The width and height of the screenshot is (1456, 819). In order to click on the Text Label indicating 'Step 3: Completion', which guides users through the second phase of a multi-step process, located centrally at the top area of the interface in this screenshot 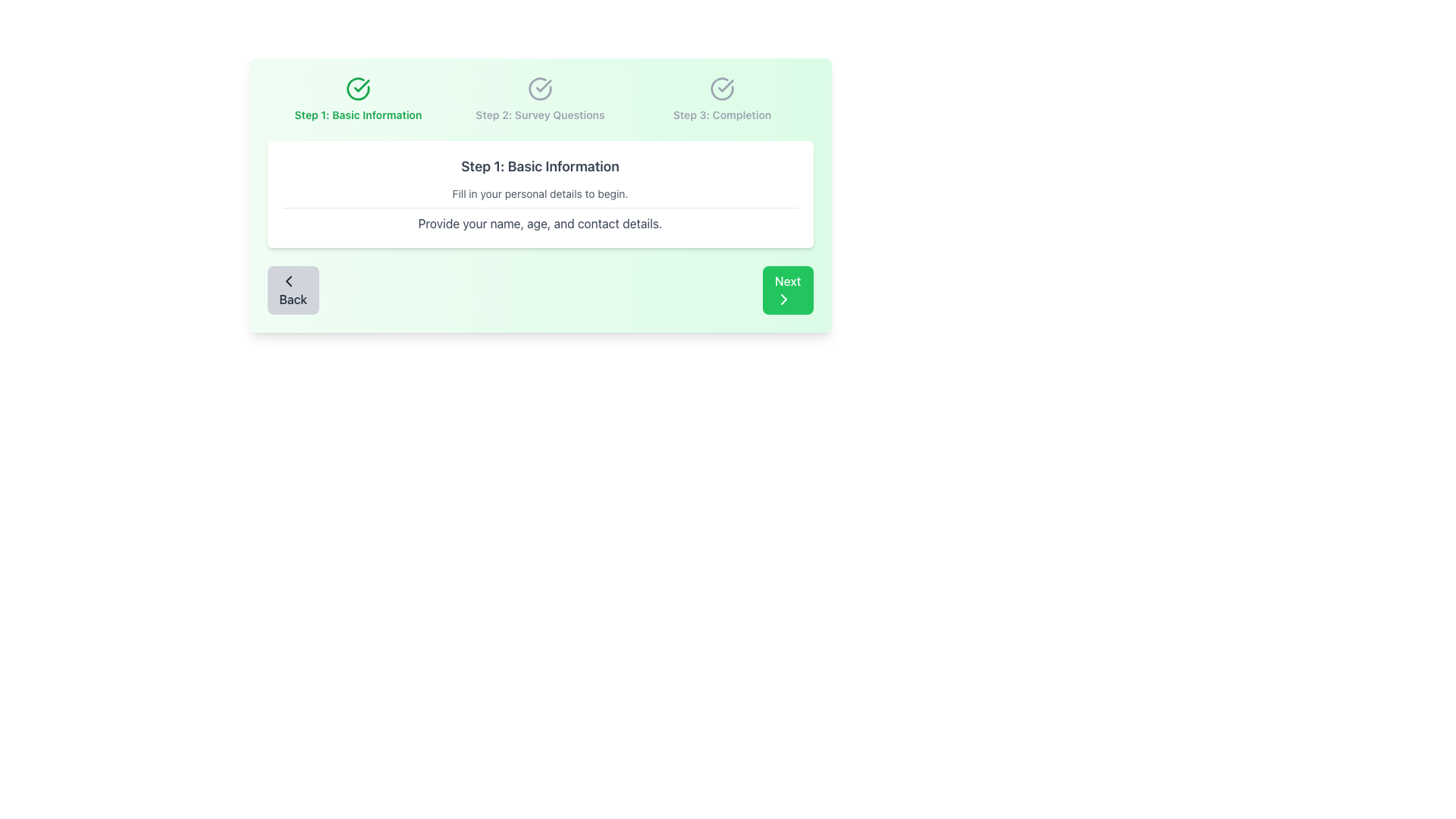, I will do `click(540, 114)`.